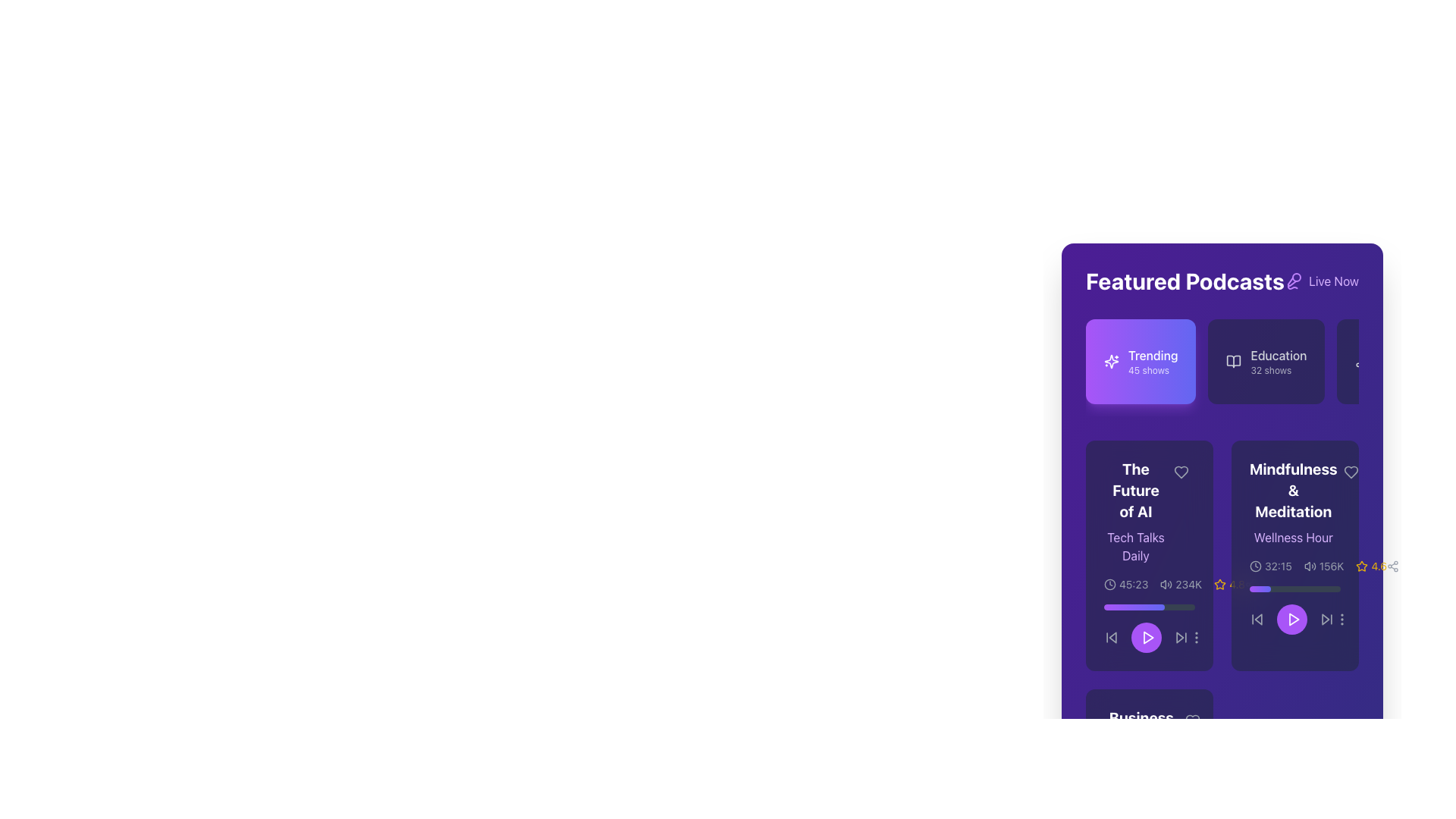 This screenshot has height=819, width=1456. I want to click on the slider value, so click(1153, 607).